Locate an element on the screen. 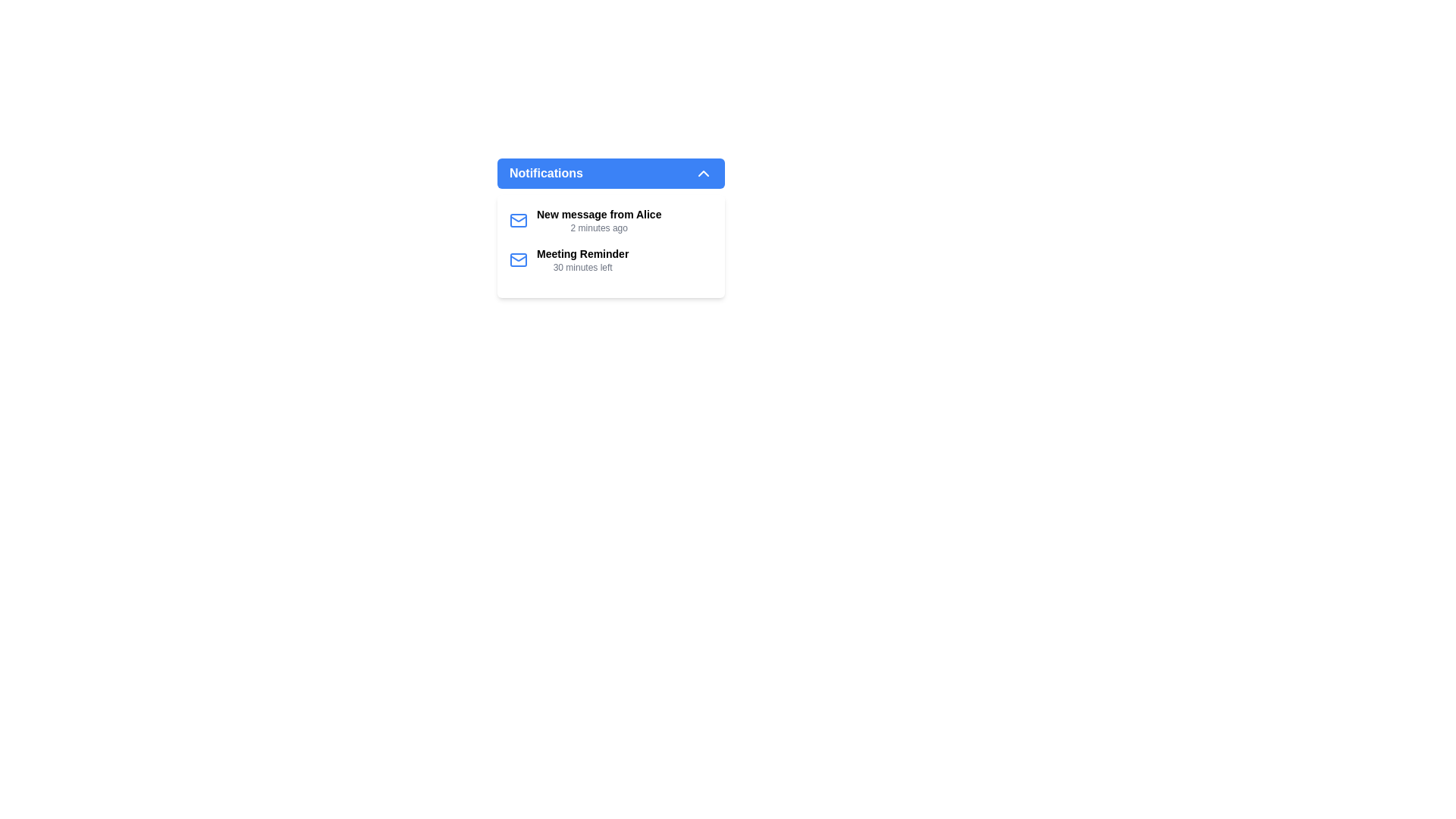  the main rectangular body of the envelope icon located within the notification dropdown, to the left of the first notification entry titled 'New message from Alice' is located at coordinates (519, 220).